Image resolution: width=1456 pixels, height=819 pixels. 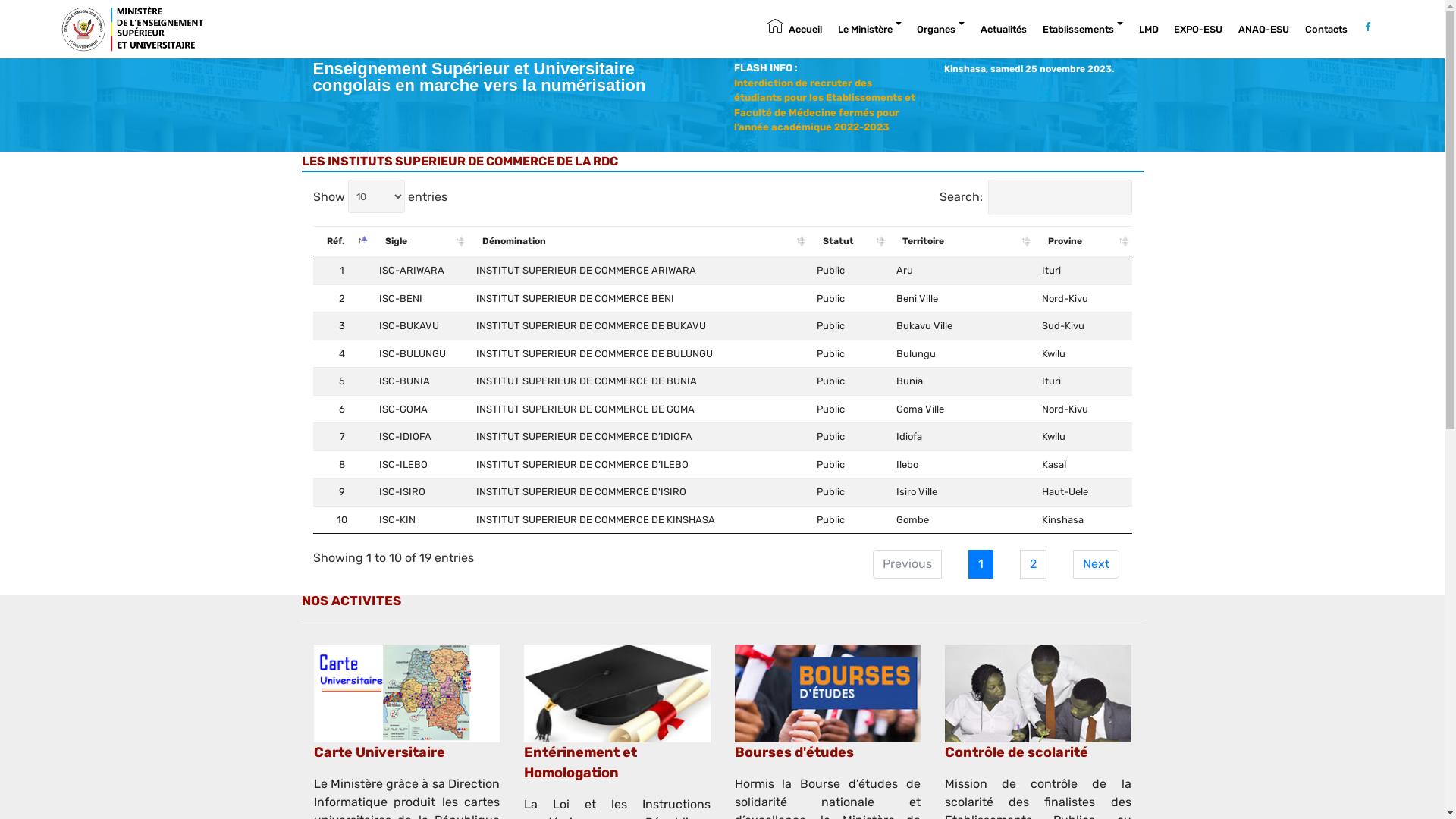 I want to click on 'Previous', so click(x=906, y=564).